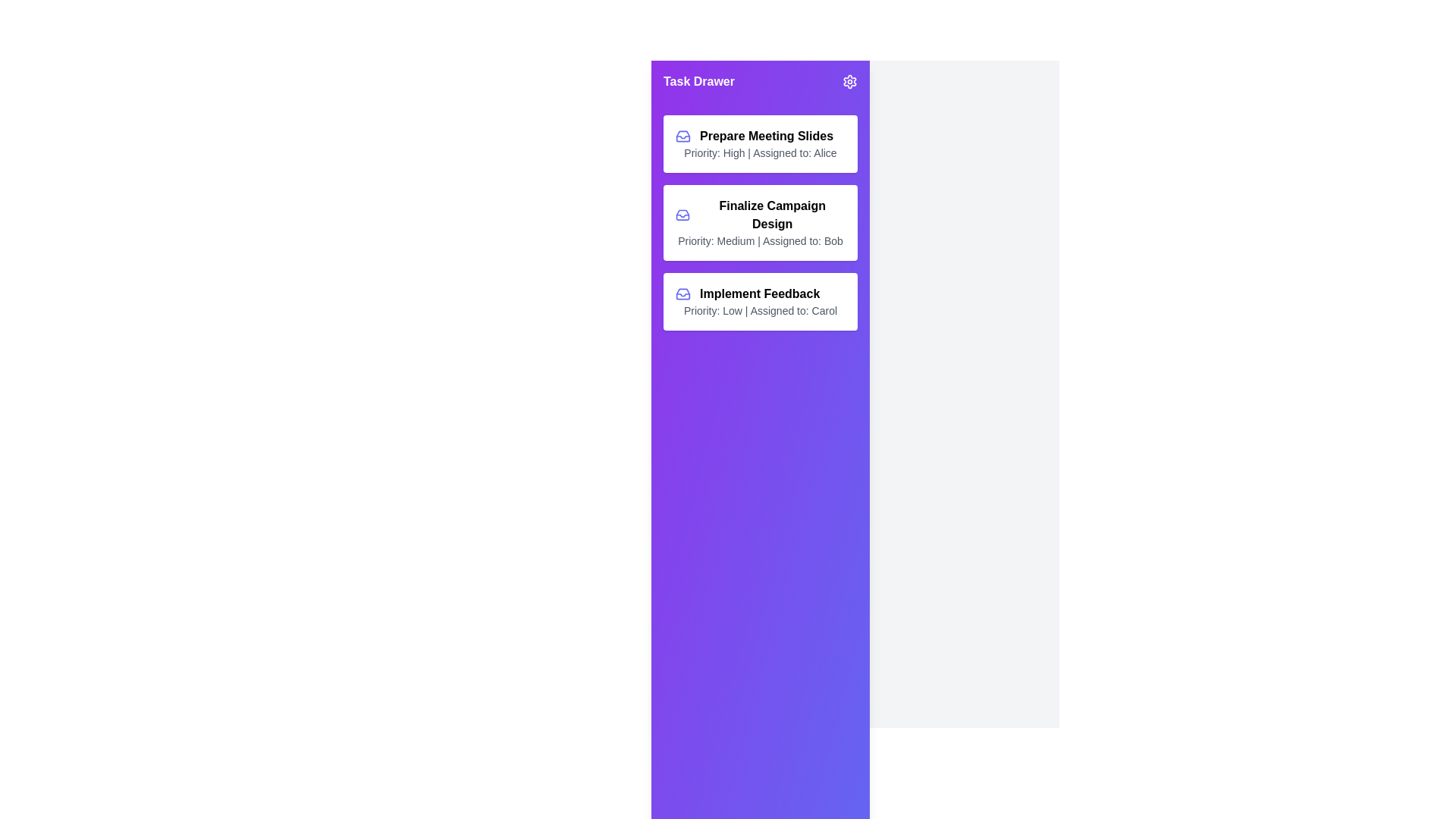  Describe the element at coordinates (761, 301) in the screenshot. I see `the task titled 'Implement Feedback' to preview additional options or effects` at that location.